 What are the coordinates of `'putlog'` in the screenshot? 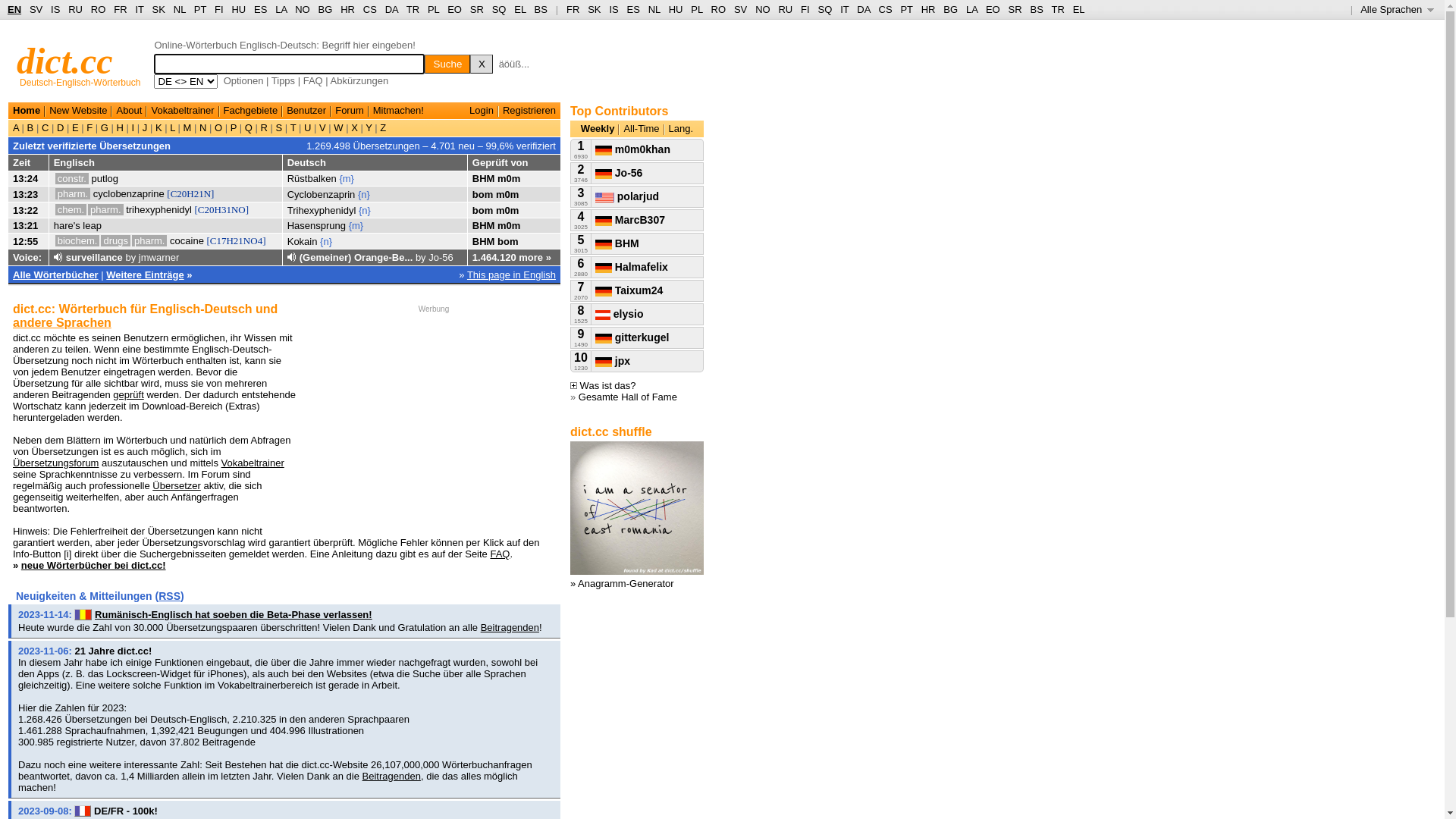 It's located at (104, 177).